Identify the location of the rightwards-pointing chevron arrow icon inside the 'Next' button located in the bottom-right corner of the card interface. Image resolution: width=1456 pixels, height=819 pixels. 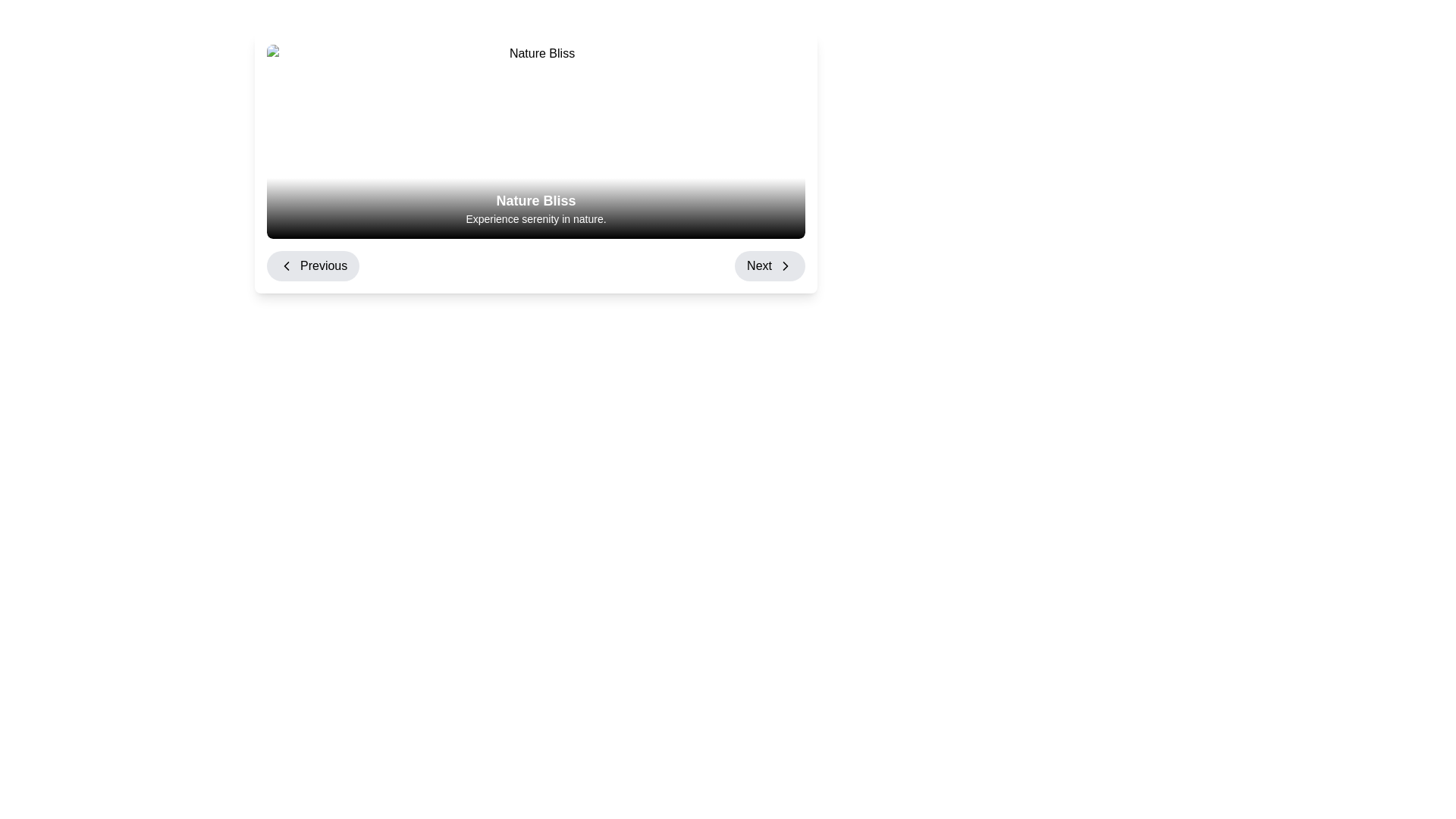
(786, 265).